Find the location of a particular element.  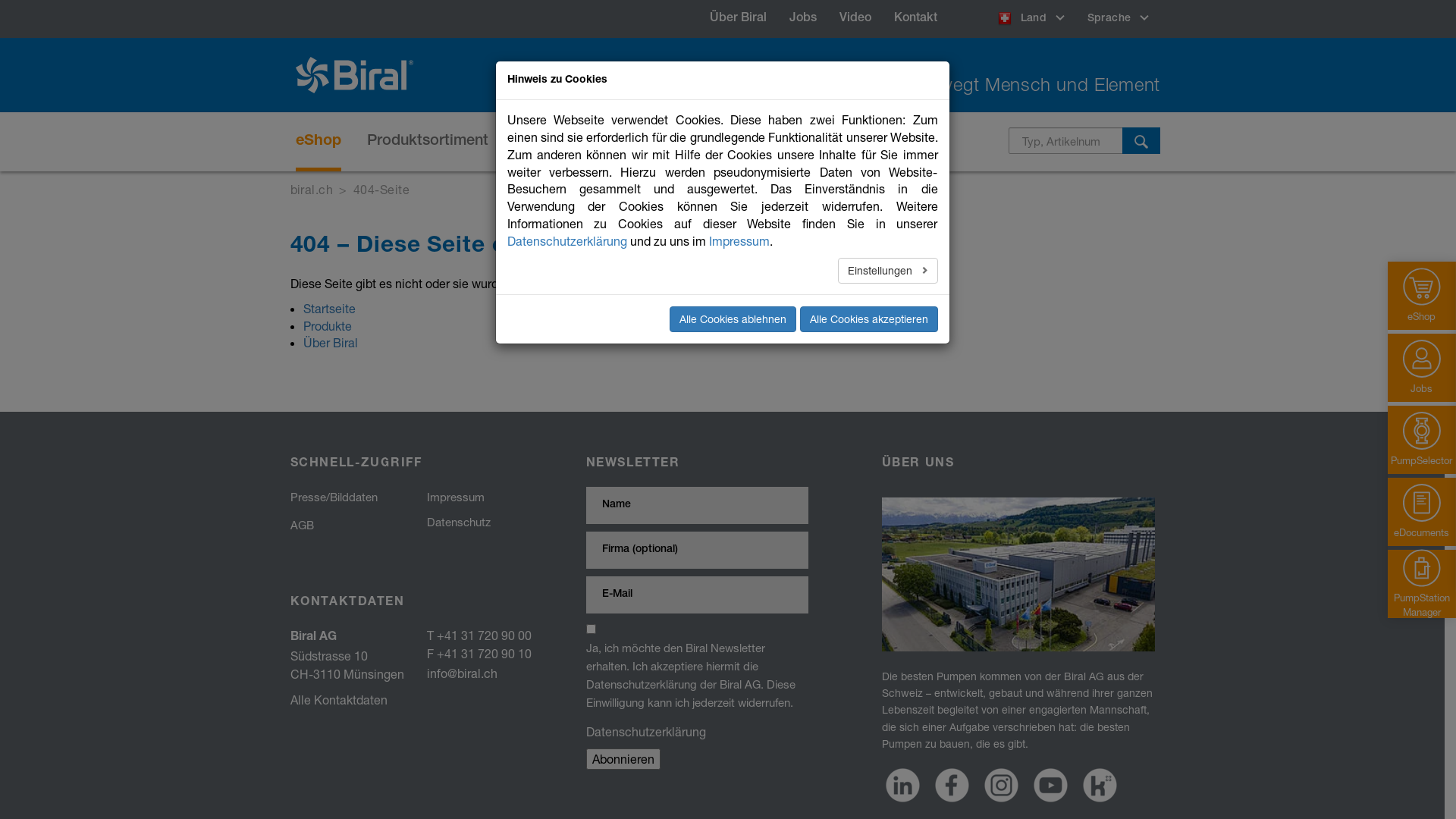

'biral.ch' is located at coordinates (310, 188).